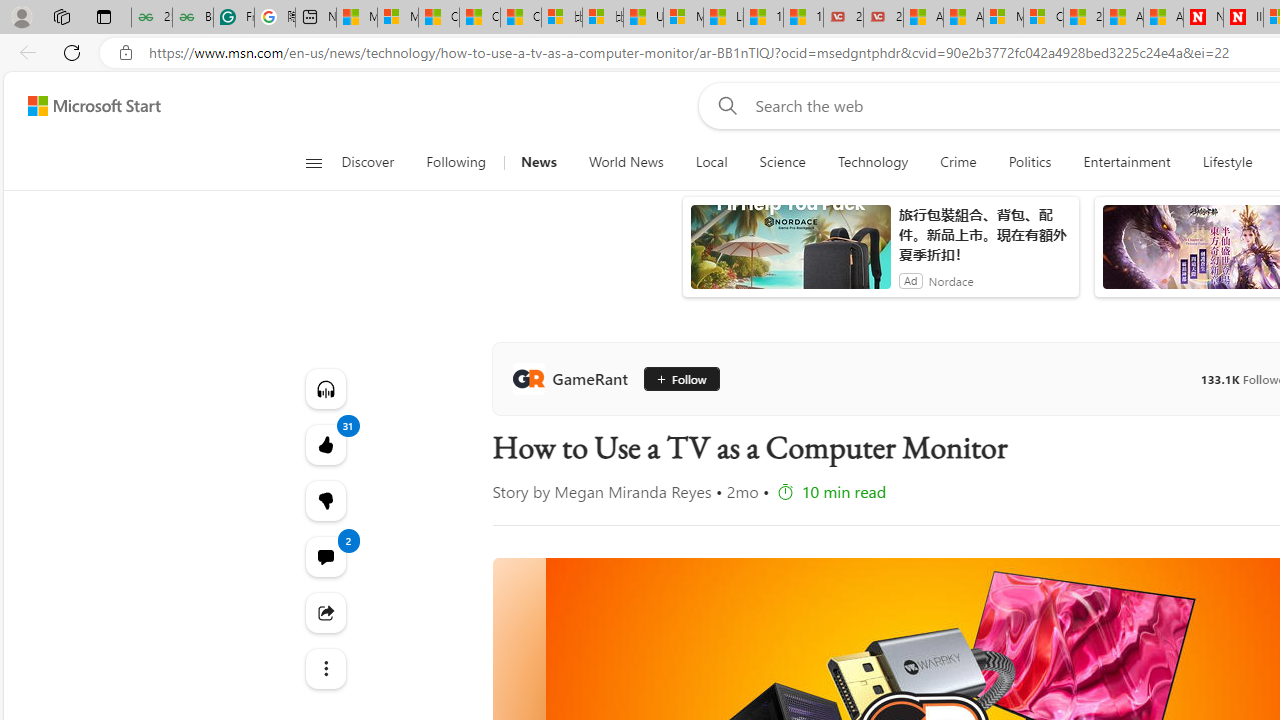 The image size is (1280, 720). I want to click on 'View comments 2 Comment', so click(325, 556).